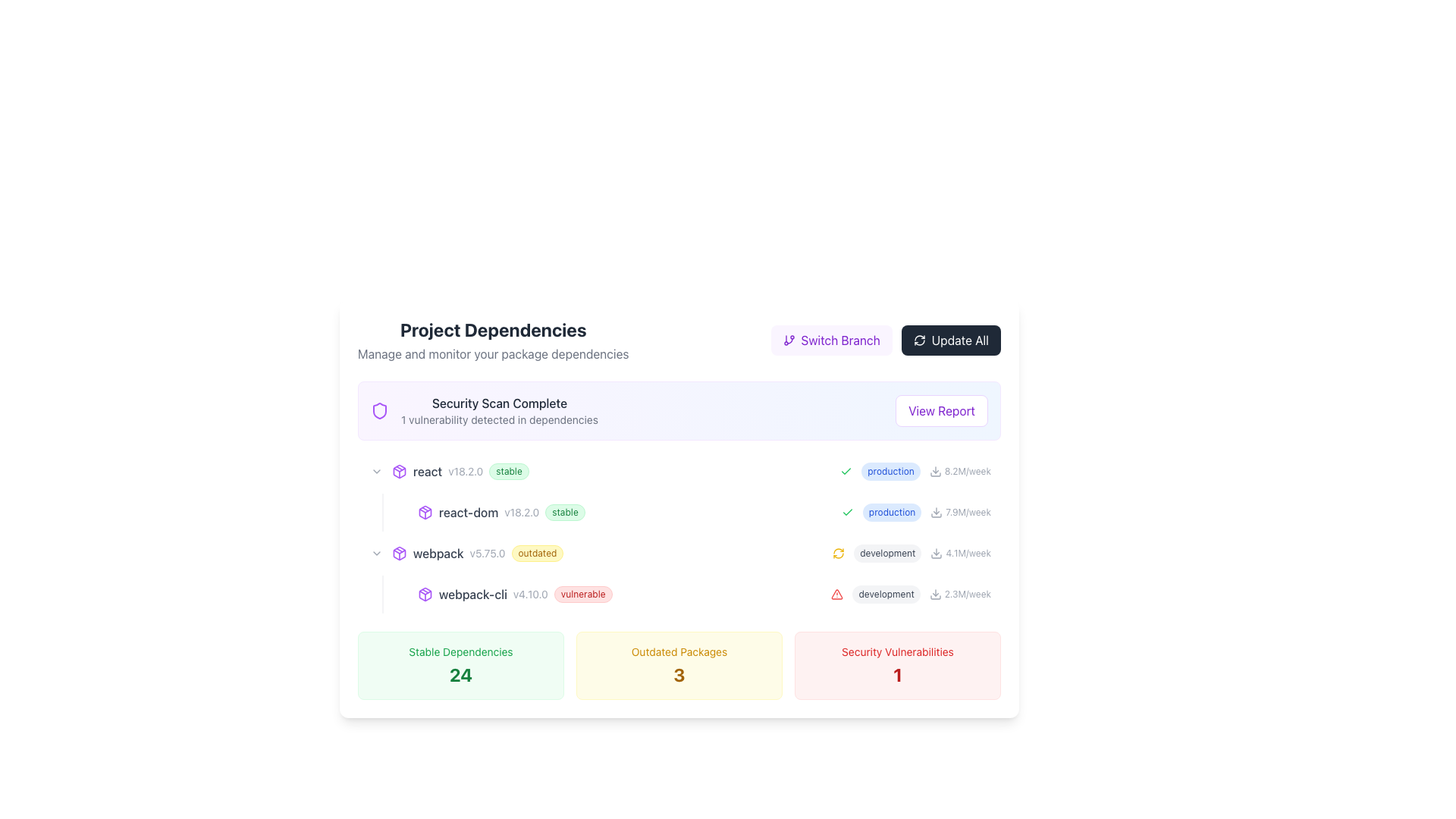 The width and height of the screenshot is (1456, 819). What do you see at coordinates (898, 651) in the screenshot?
I see `the label describing security vulnerability information located in the bottom-right section of the interface` at bounding box center [898, 651].